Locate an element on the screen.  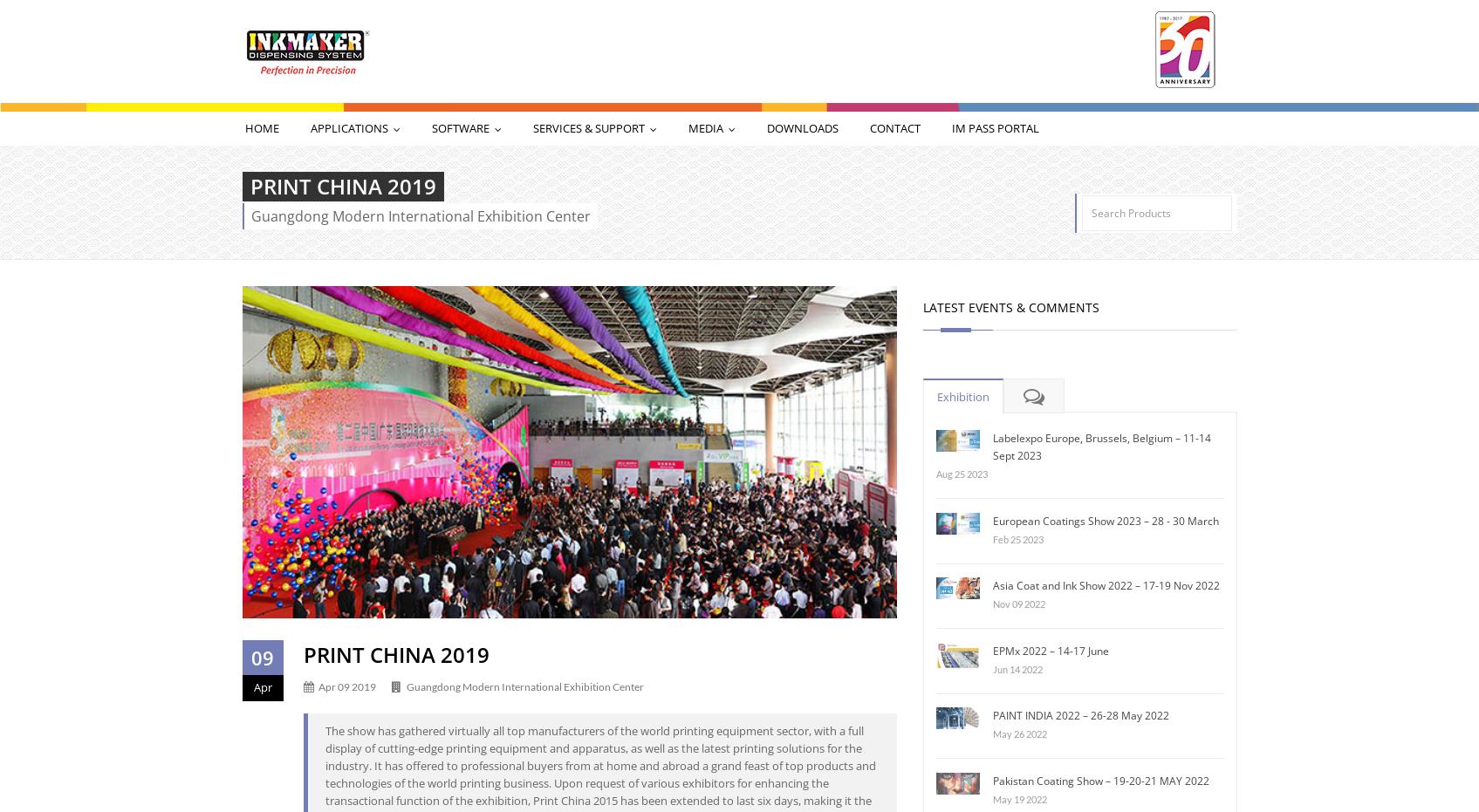
'Latest Events & Comments' is located at coordinates (922, 307).